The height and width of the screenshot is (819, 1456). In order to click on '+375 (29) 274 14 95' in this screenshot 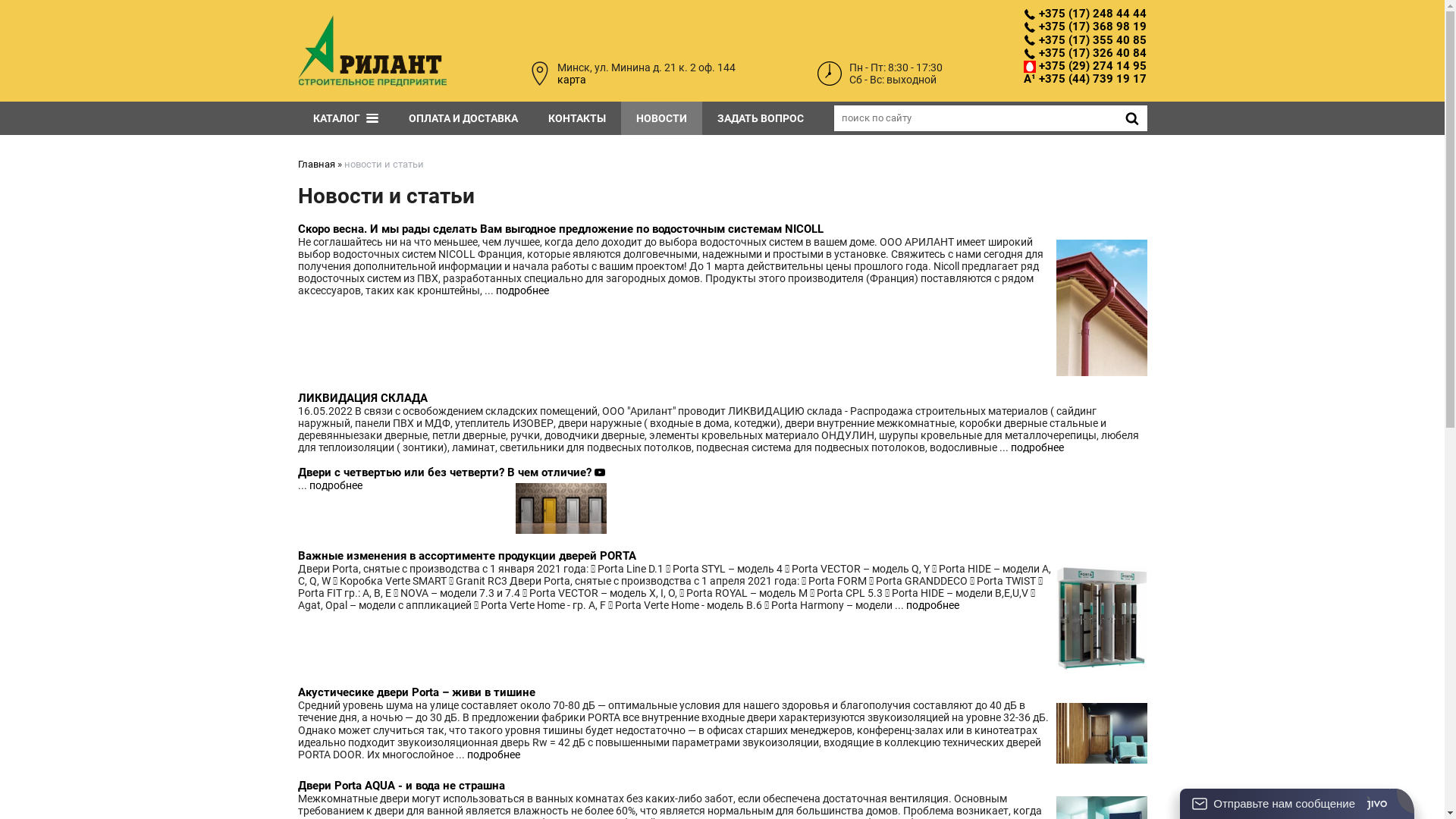, I will do `click(1084, 65)`.